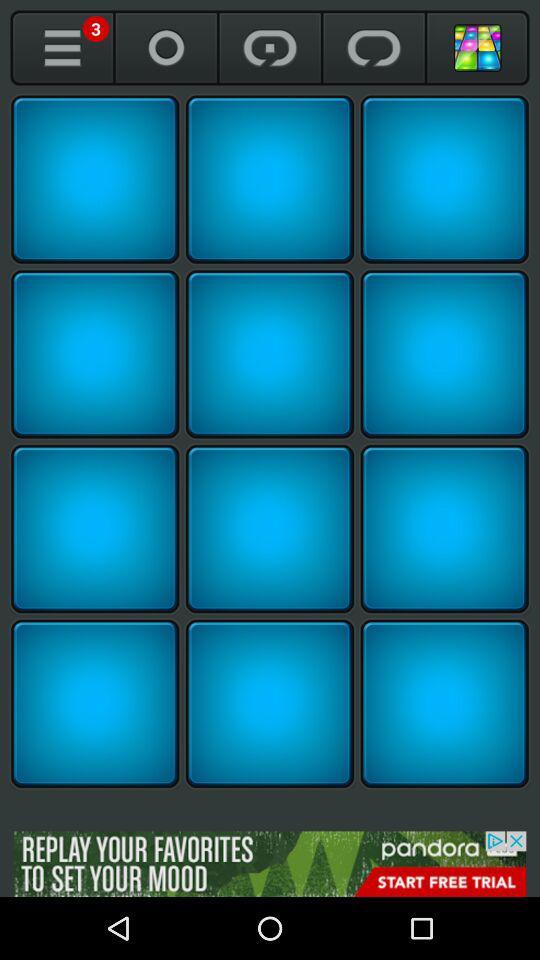  What do you see at coordinates (476, 47) in the screenshot?
I see `a different board` at bounding box center [476, 47].